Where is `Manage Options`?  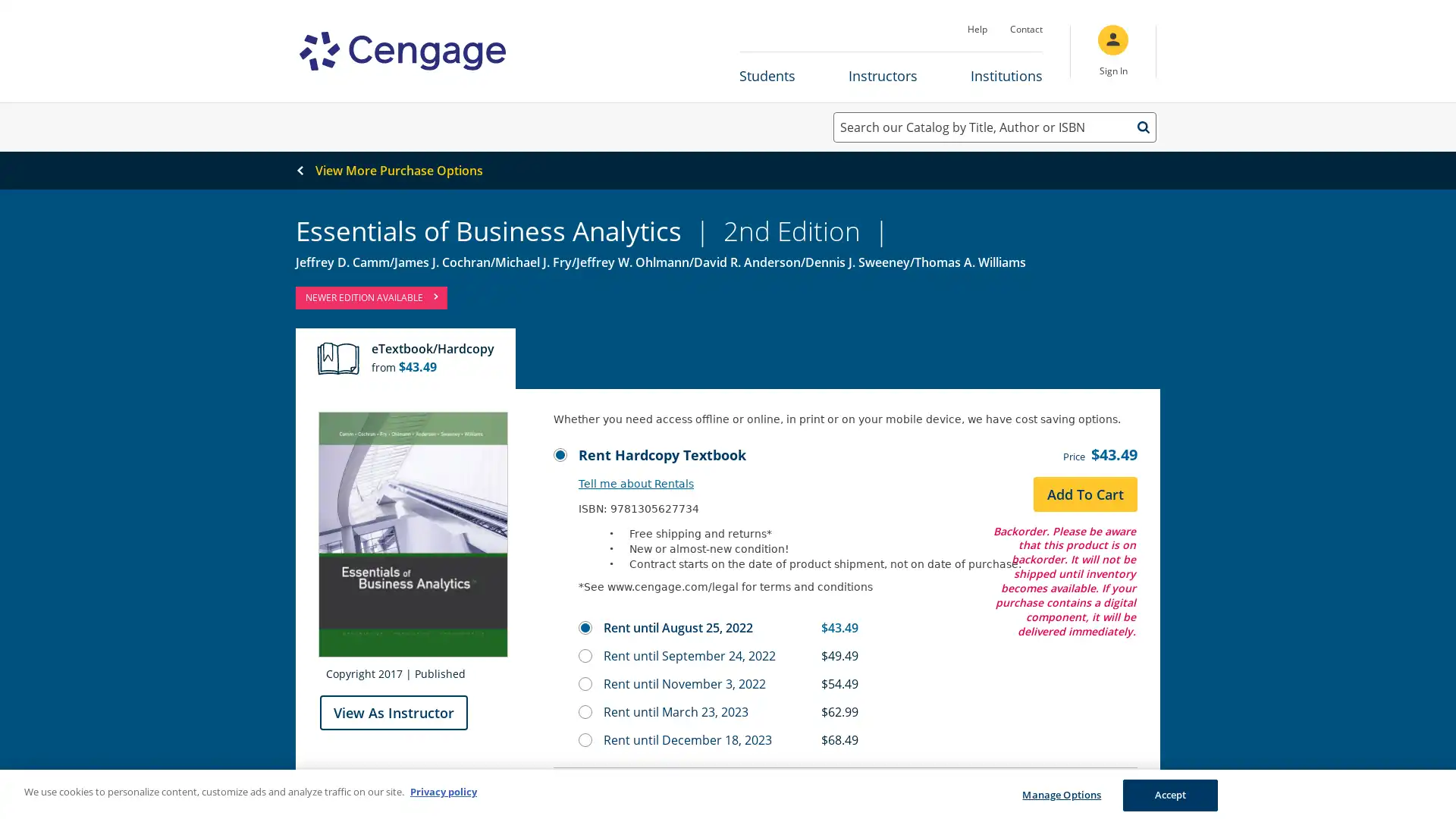 Manage Options is located at coordinates (1060, 795).